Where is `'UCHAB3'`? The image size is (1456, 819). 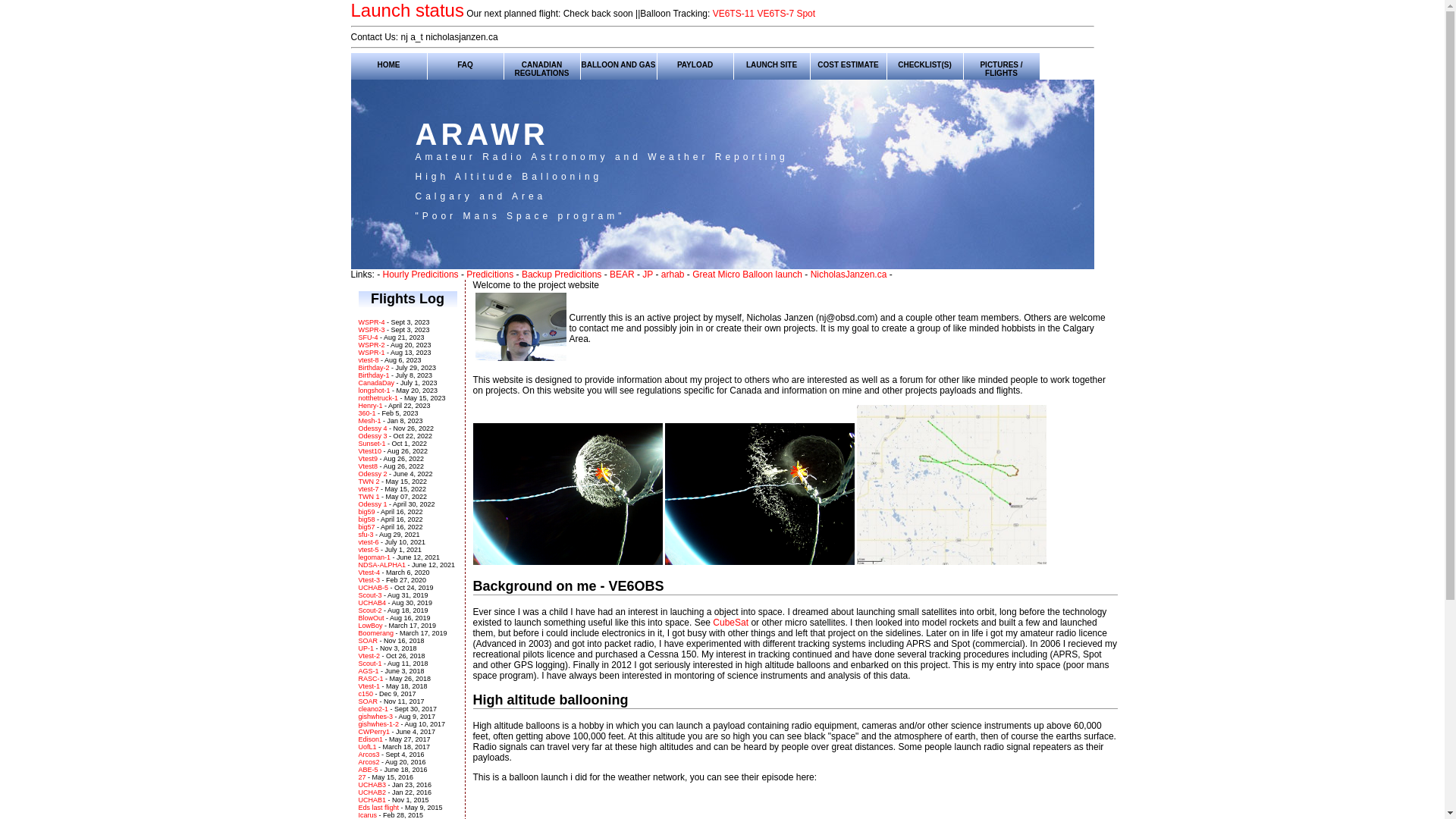
'UCHAB3' is located at coordinates (372, 784).